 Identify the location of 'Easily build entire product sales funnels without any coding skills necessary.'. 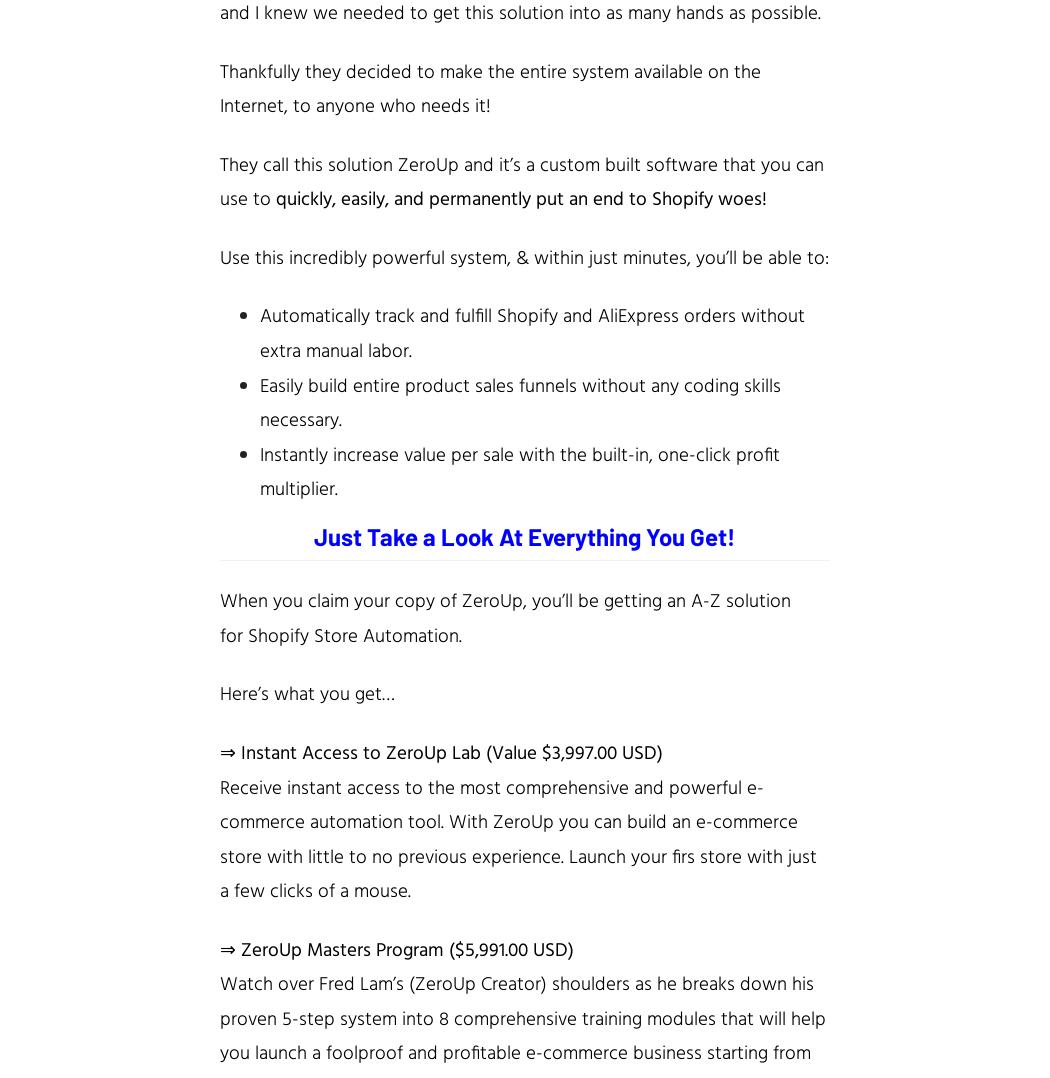
(519, 402).